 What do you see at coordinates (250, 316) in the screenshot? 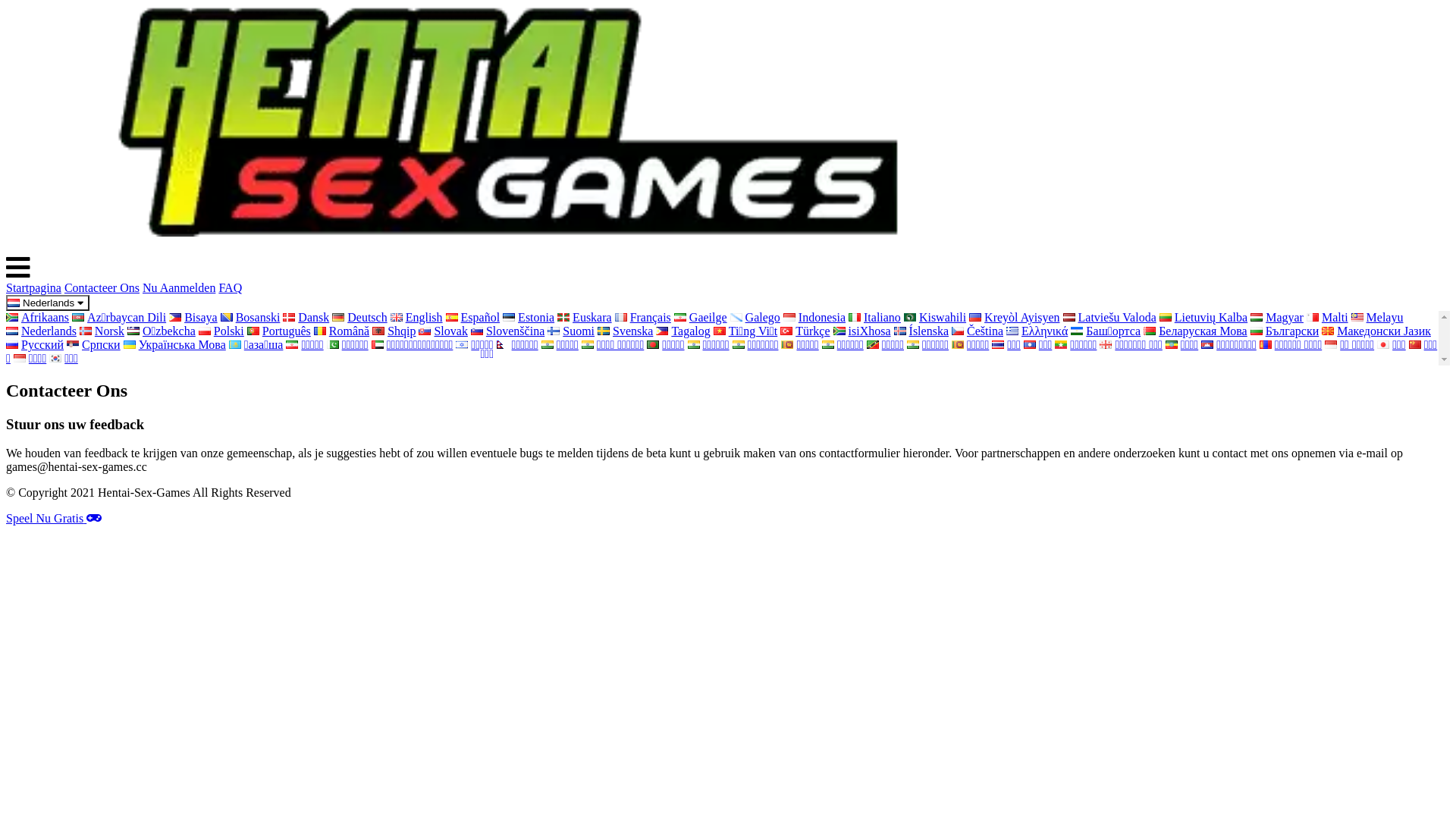
I see `'Bosanski'` at bounding box center [250, 316].